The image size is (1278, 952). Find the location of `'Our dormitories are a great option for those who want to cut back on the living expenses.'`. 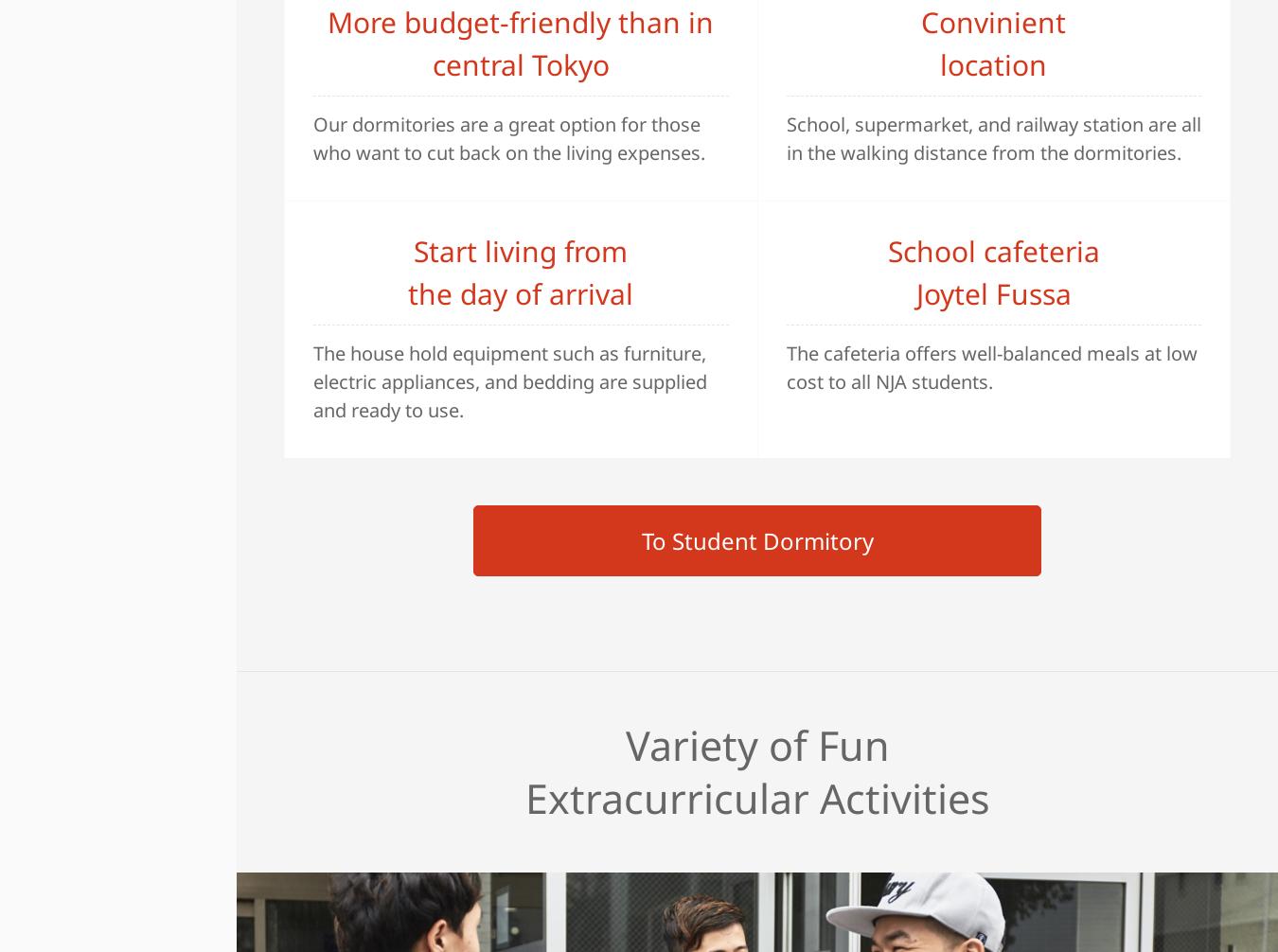

'Our dormitories are a great option for those who want to cut back on the living expenses.' is located at coordinates (312, 137).